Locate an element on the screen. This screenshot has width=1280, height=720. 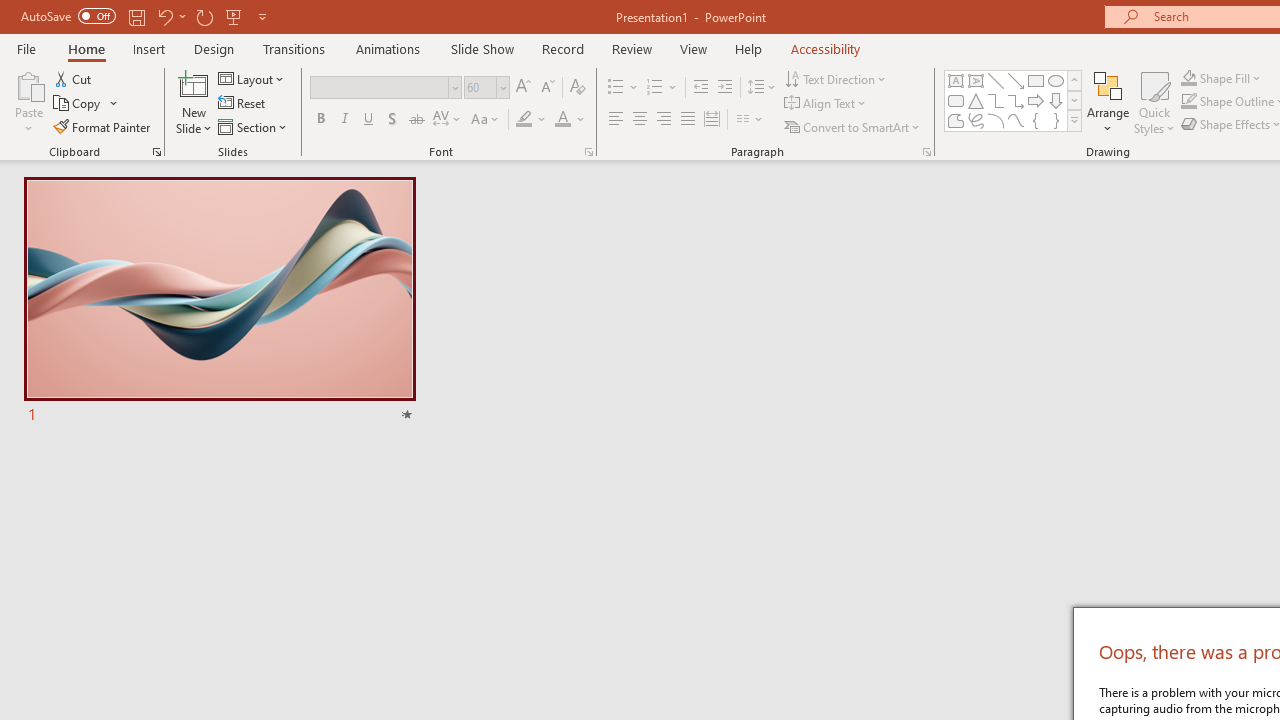
'Center' is located at coordinates (640, 119).